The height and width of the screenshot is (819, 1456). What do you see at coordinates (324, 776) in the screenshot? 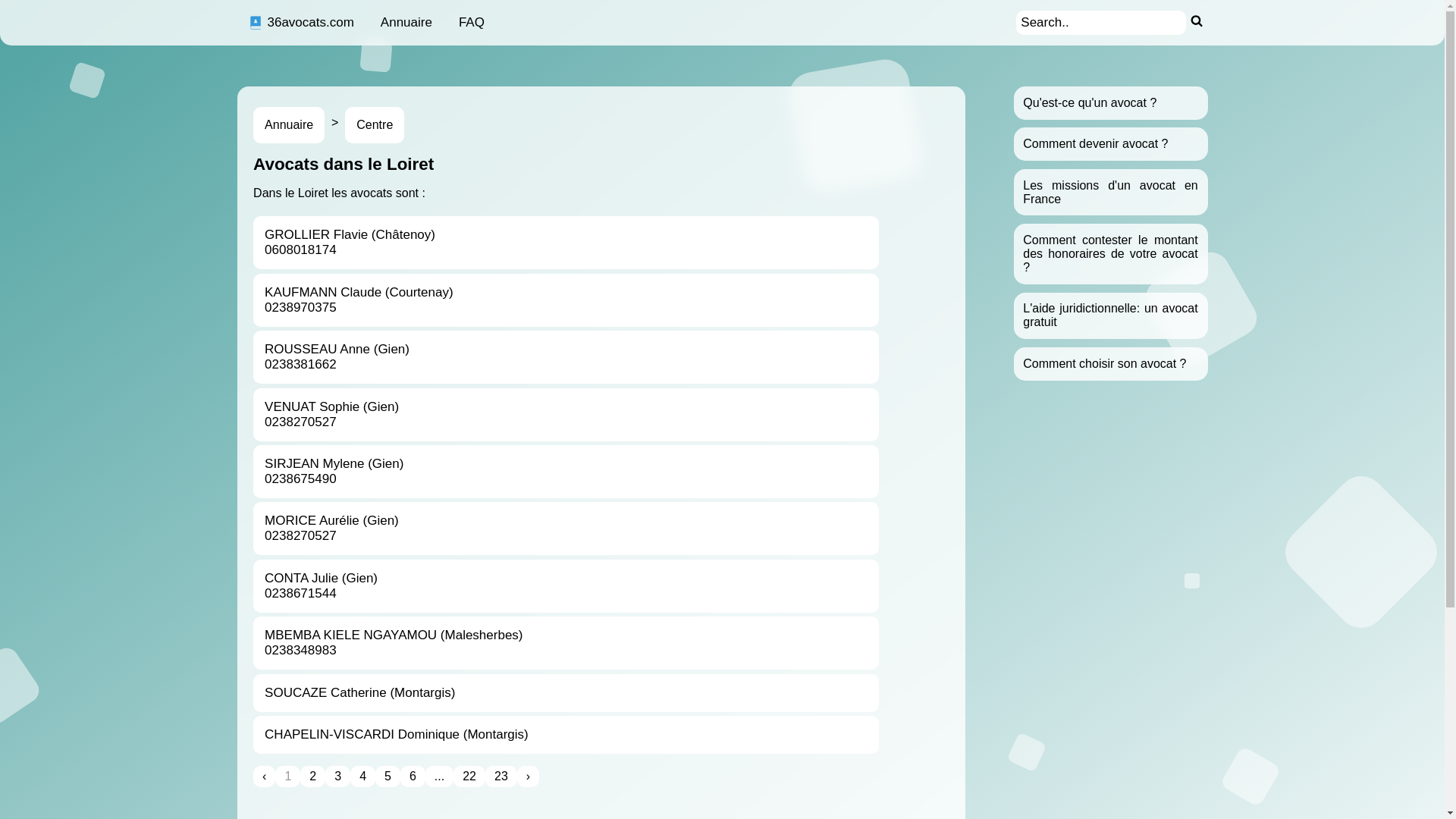
I see `'3'` at bounding box center [324, 776].